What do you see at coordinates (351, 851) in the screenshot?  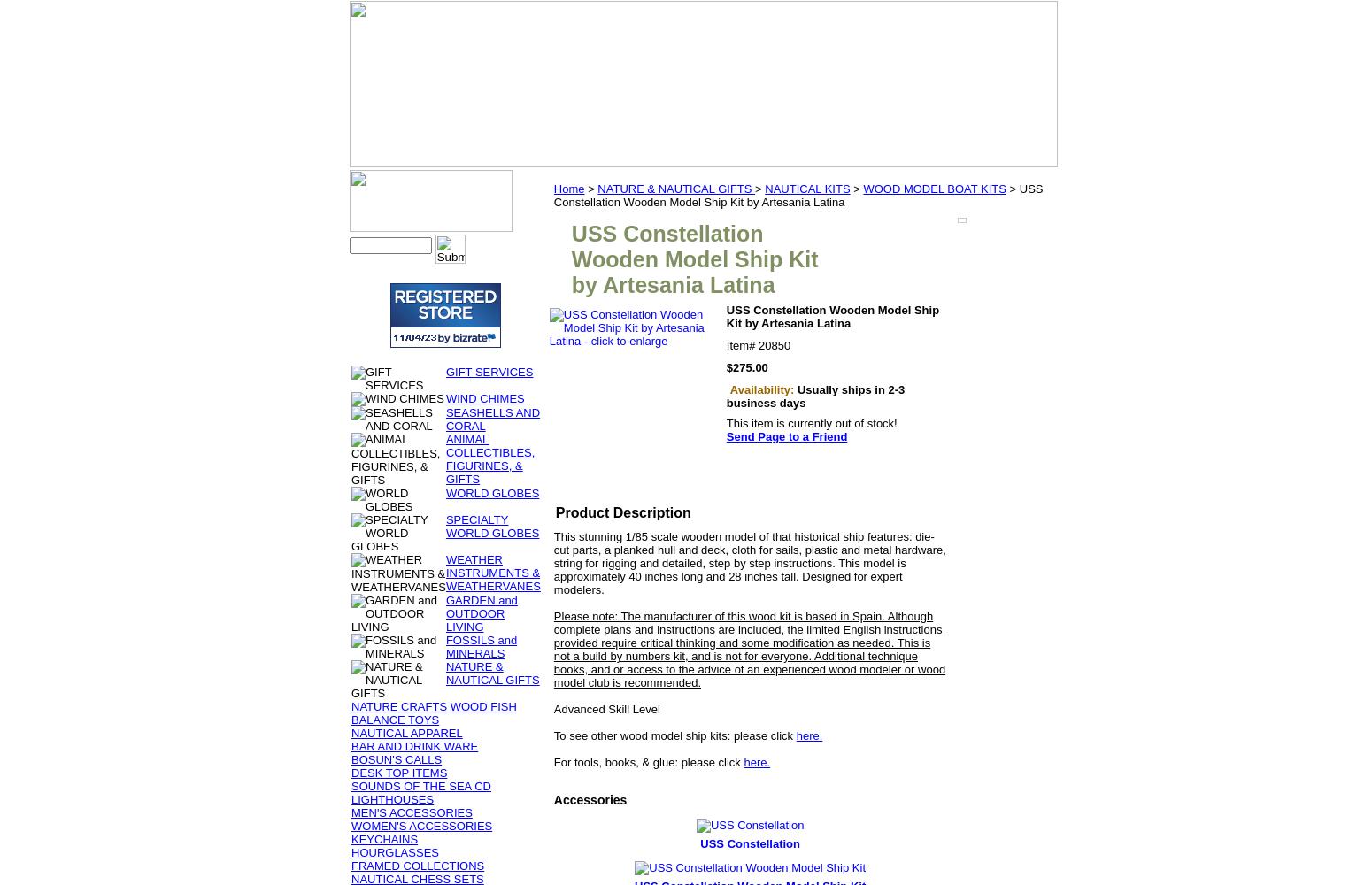 I see `'HOURGLASSES'` at bounding box center [351, 851].